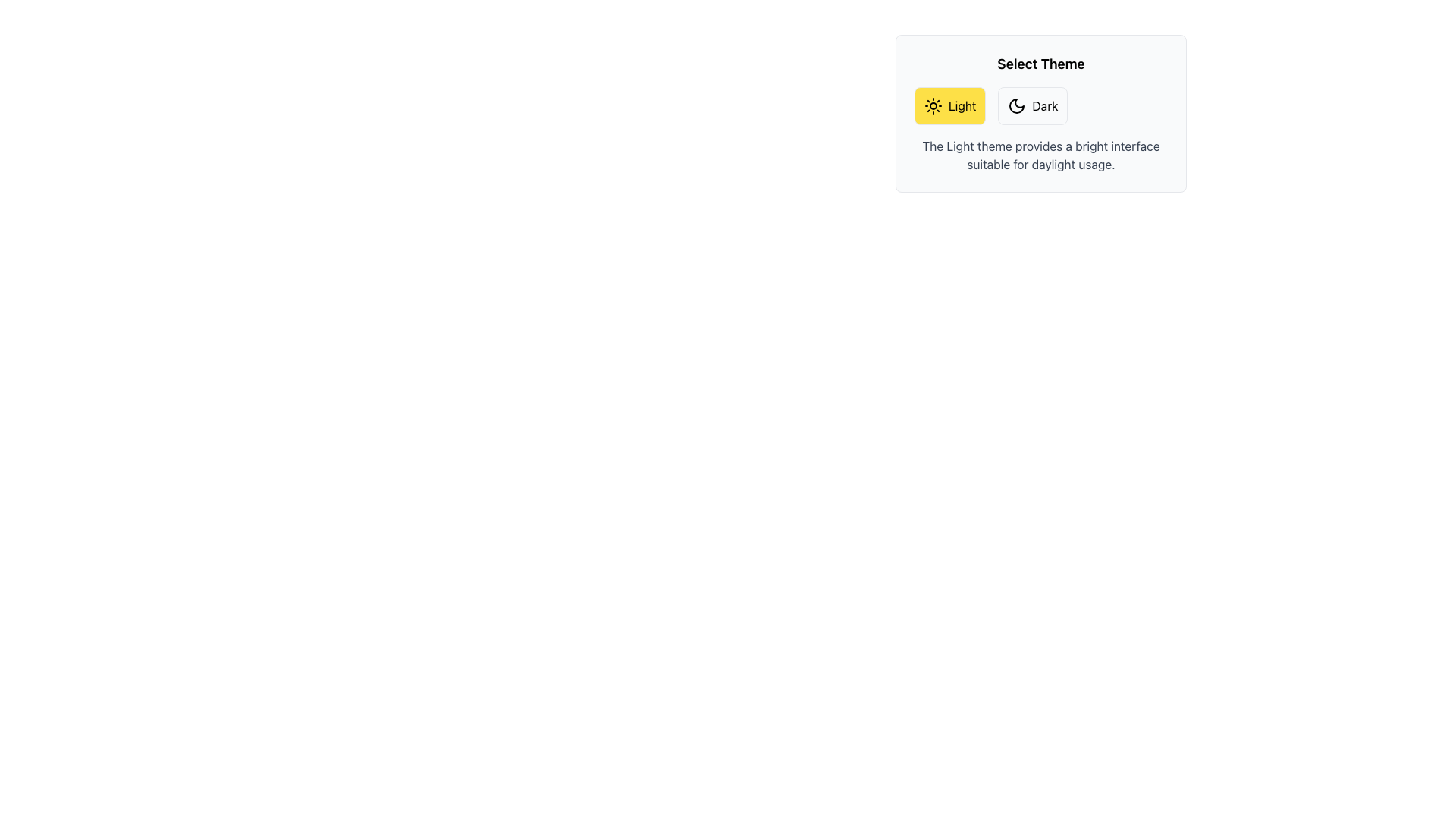 The height and width of the screenshot is (819, 1456). What do you see at coordinates (1032, 105) in the screenshot?
I see `the 'Dark' button, which is a rectangular button with a moon icon and text, located in the top-right section of the interface beneath the 'Select Theme' text` at bounding box center [1032, 105].